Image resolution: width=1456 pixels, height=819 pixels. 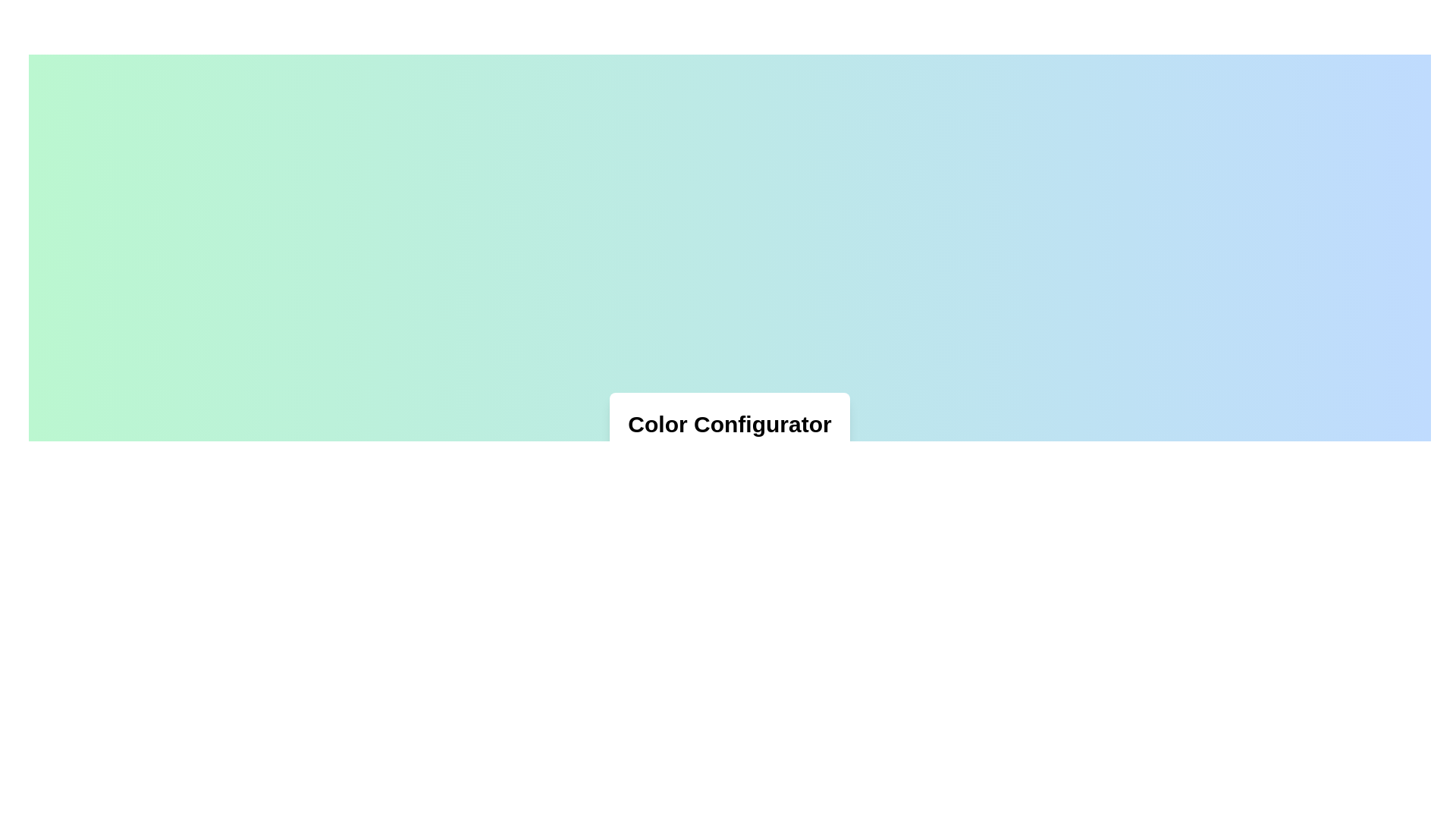 I want to click on the Color Picker Button, a small circular button with a hexagonal color value of #FFAA33, so click(x=652, y=473).